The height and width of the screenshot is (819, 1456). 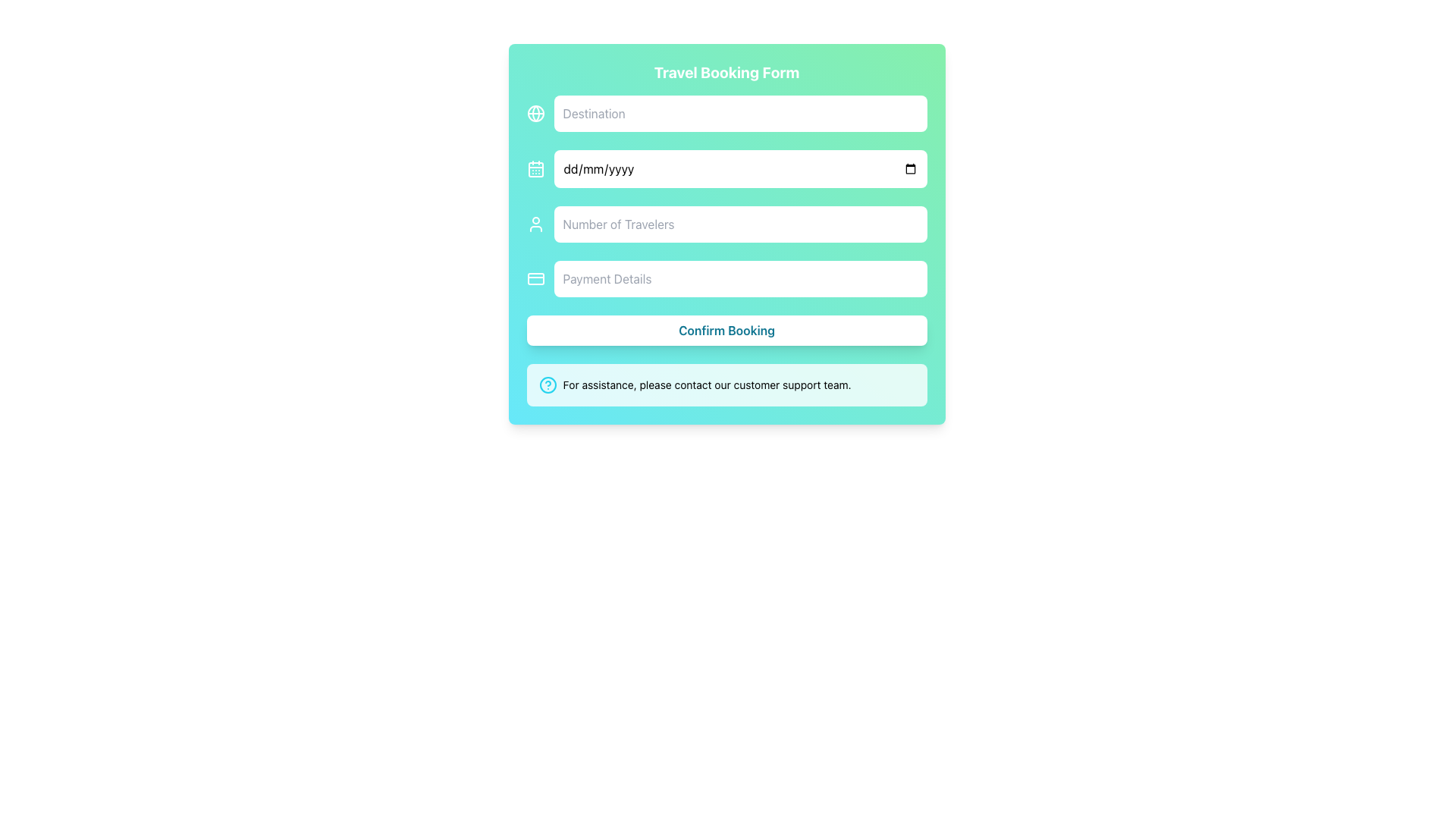 I want to click on the circular outline of the globe-themed icon located to the left of the 'Destination' input field, so click(x=535, y=113).